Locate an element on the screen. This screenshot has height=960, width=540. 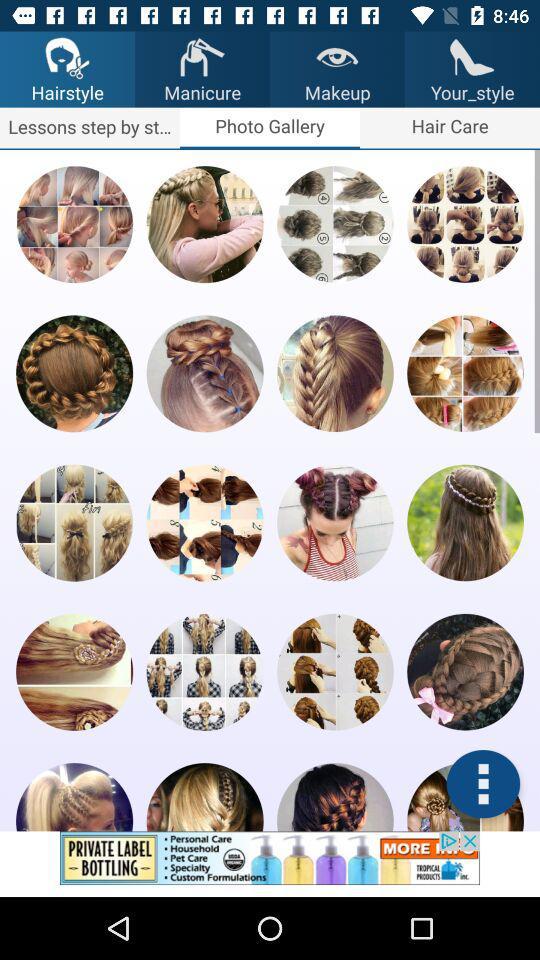
opens this nail style is located at coordinates (335, 521).